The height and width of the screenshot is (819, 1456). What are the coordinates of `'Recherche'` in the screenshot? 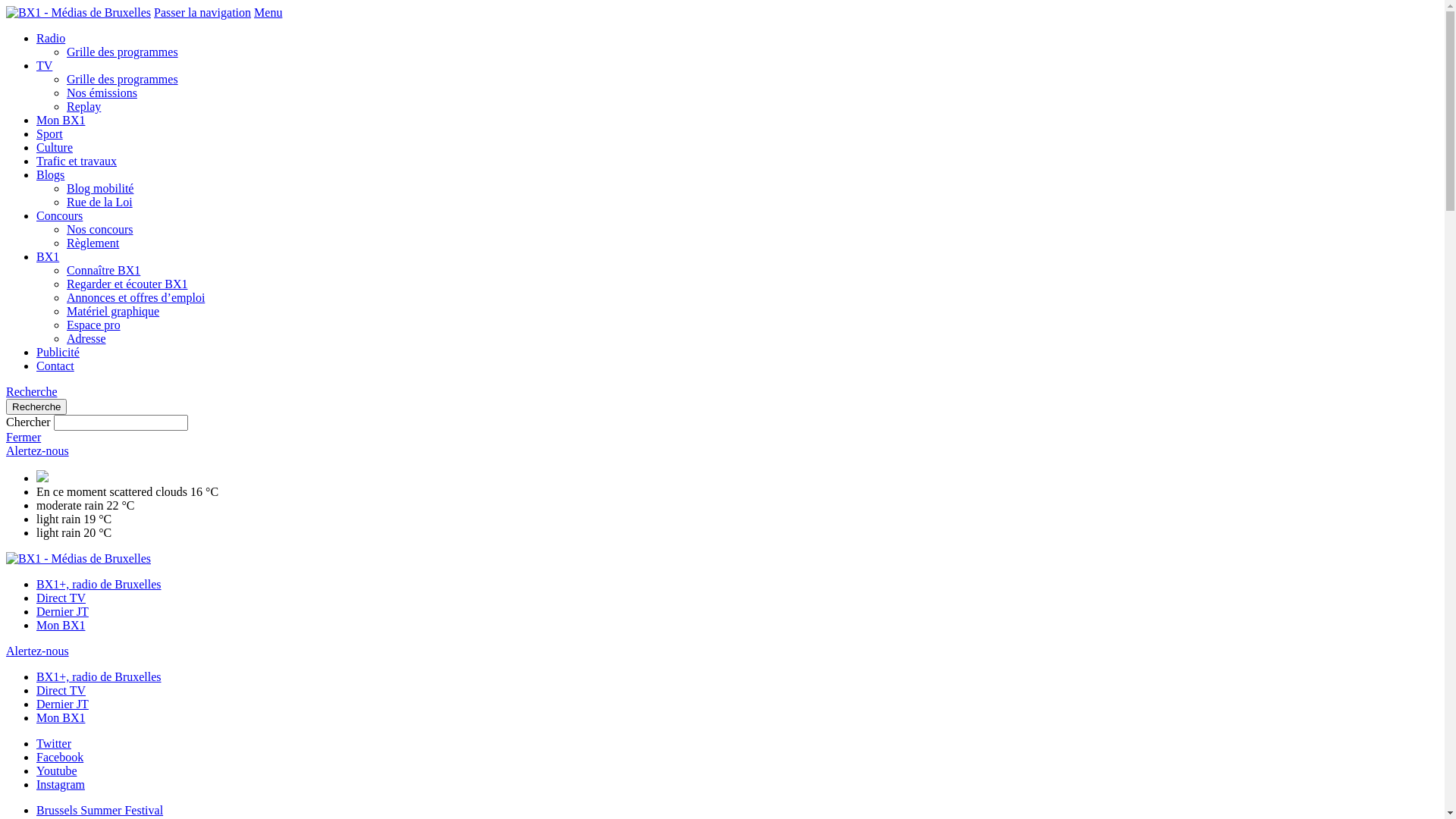 It's located at (36, 406).